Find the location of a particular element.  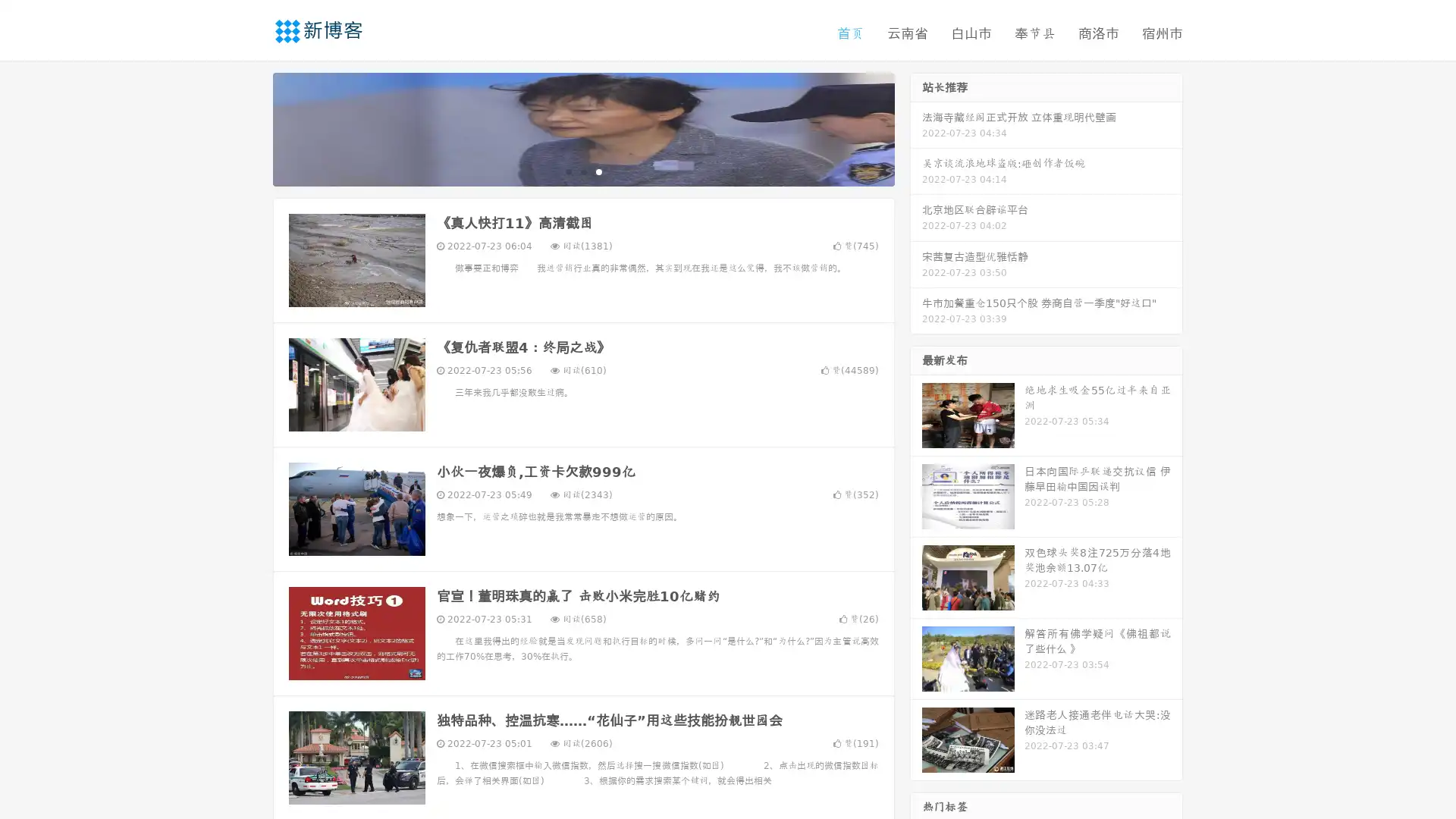

Go to slide 3 is located at coordinates (598, 171).